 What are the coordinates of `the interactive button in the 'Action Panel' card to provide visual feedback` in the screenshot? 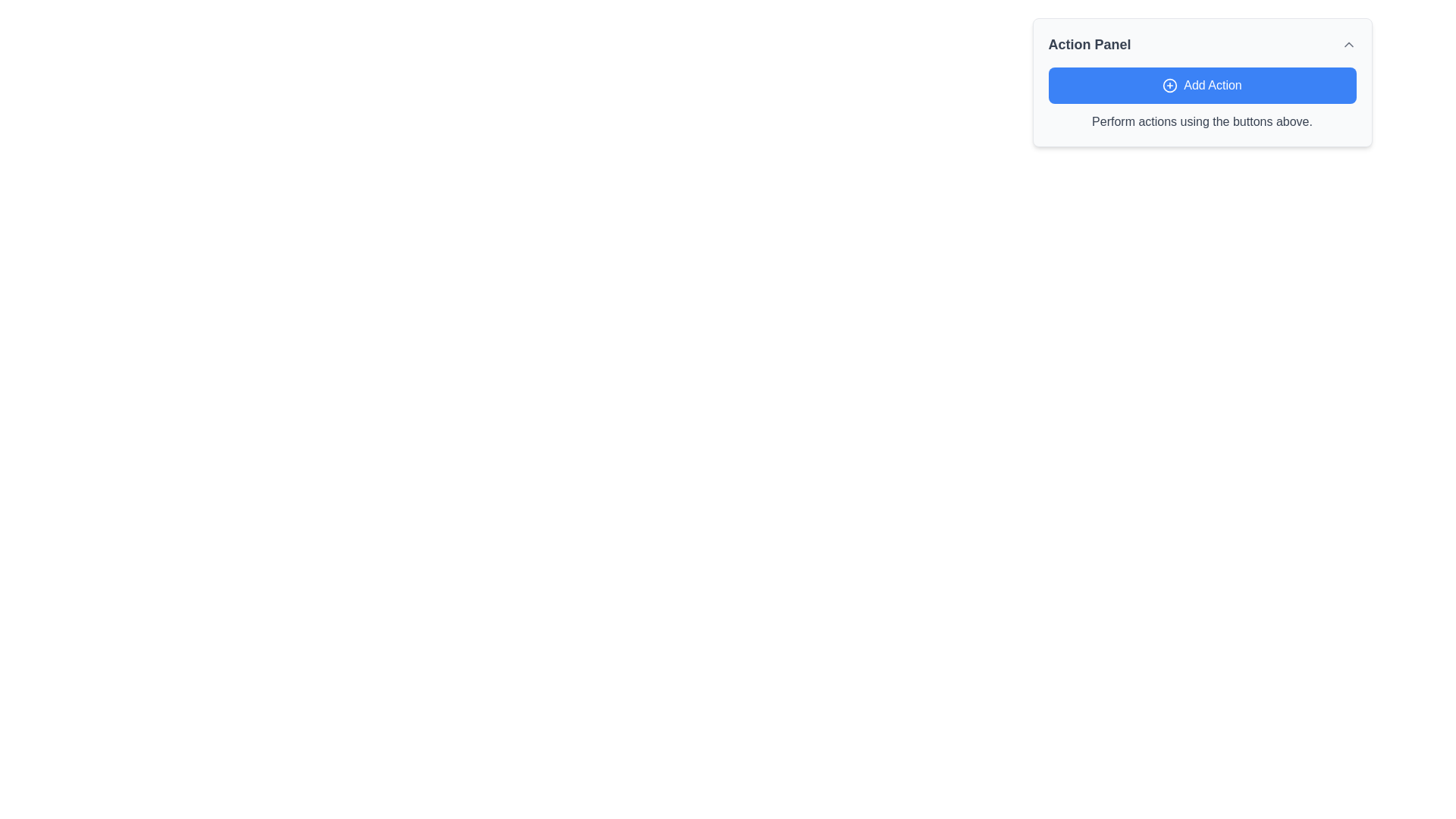 It's located at (1201, 99).